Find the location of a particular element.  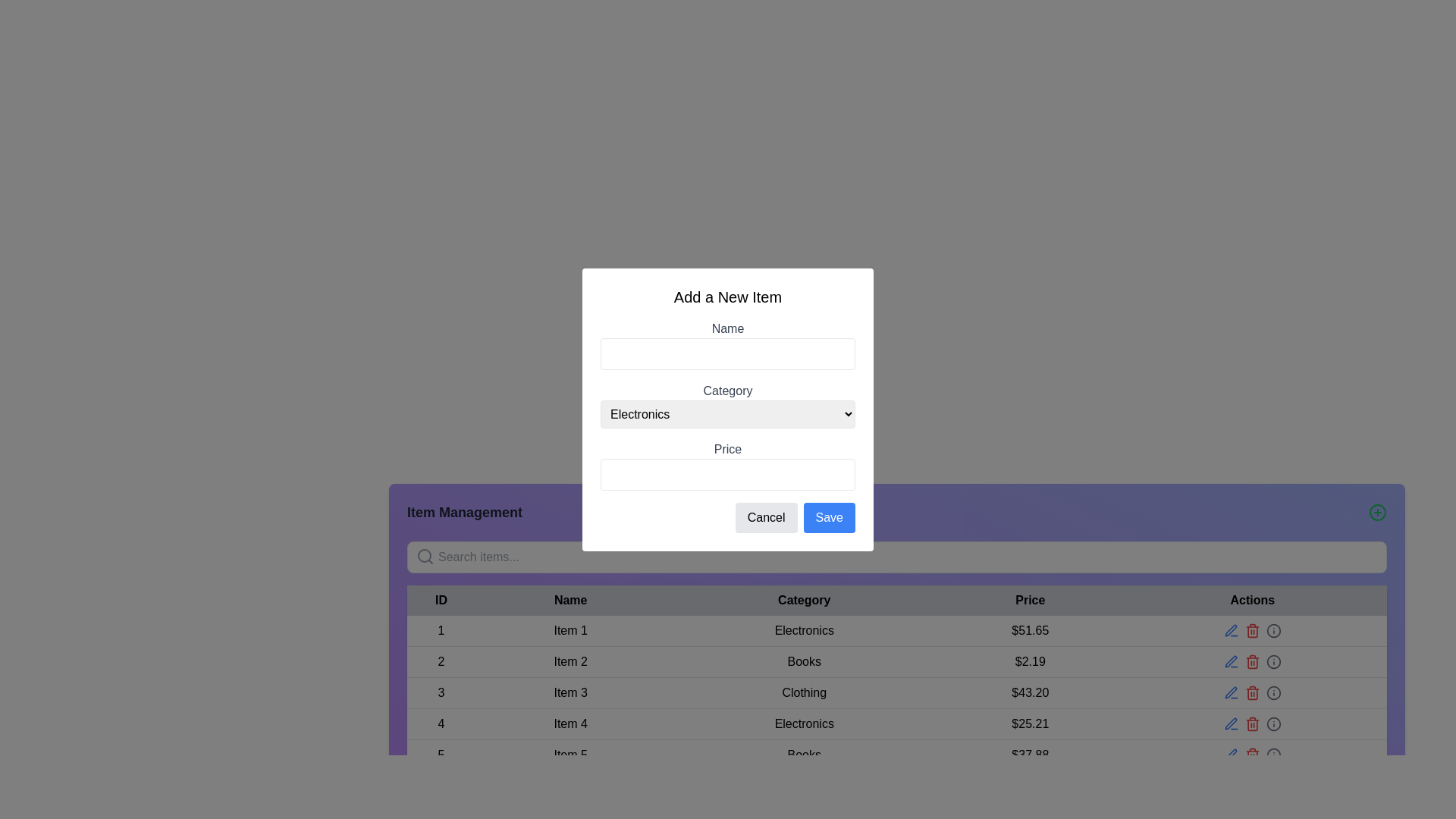

the 'Category' dropdown menu, which is the second input field in the form is located at coordinates (728, 403).